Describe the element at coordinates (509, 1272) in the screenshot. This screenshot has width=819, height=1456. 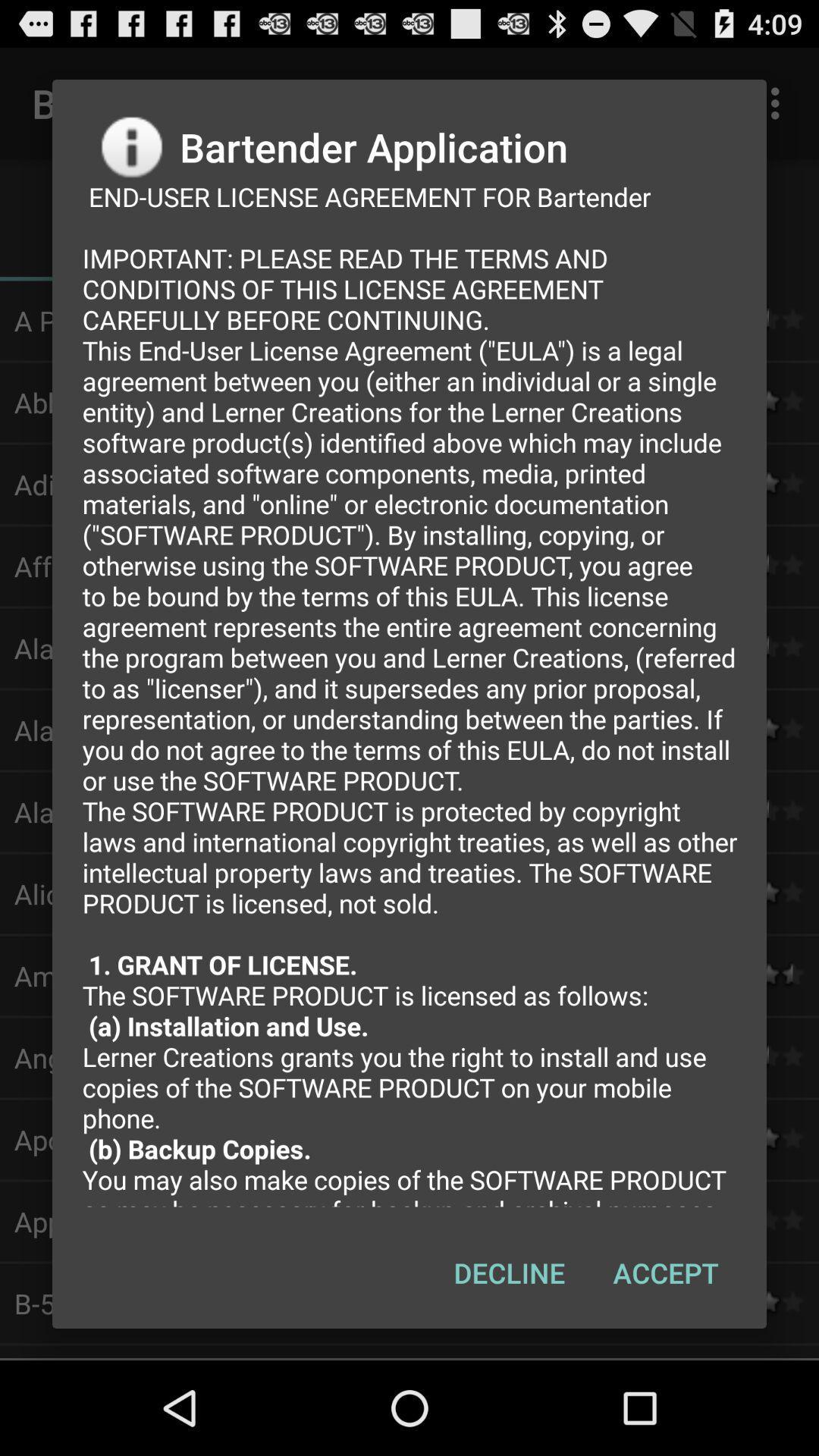
I see `the icon below end user license` at that location.